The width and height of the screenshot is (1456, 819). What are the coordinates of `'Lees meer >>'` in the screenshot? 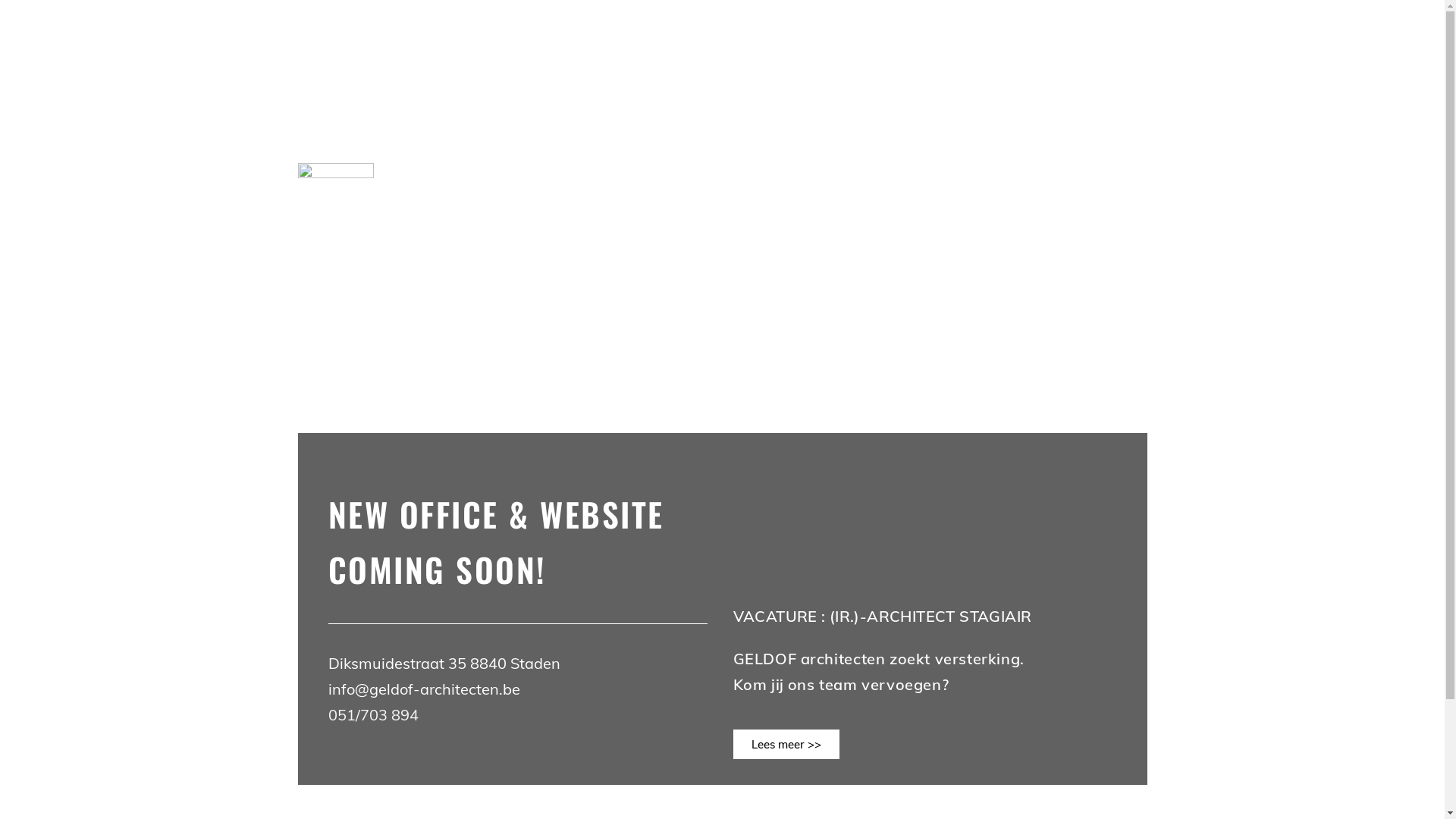 It's located at (786, 743).